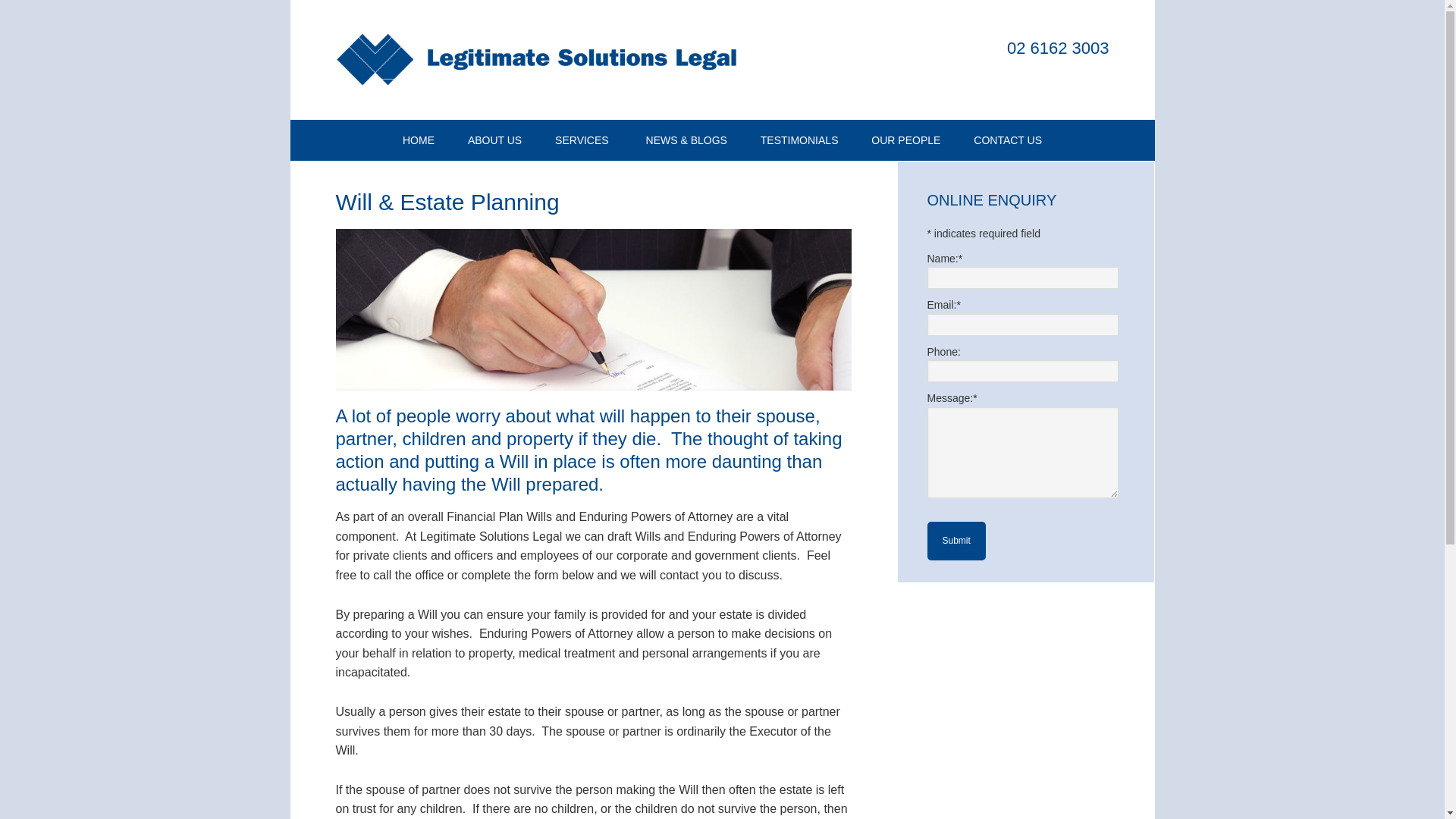  What do you see at coordinates (955, 540) in the screenshot?
I see `'Submit'` at bounding box center [955, 540].